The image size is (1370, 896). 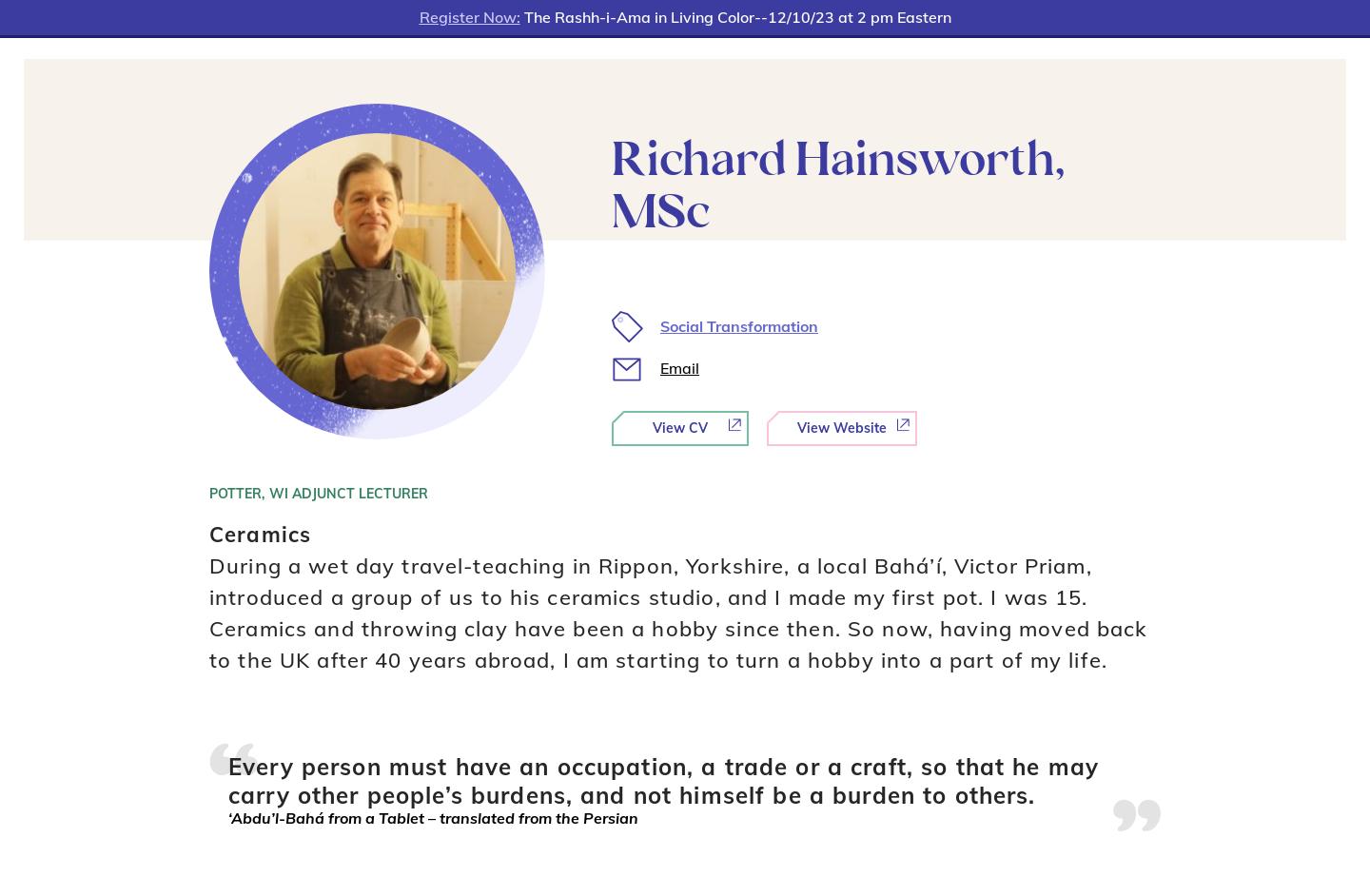 What do you see at coordinates (802, 835) in the screenshot?
I see `'University of the Arts, Philadelphia'` at bounding box center [802, 835].